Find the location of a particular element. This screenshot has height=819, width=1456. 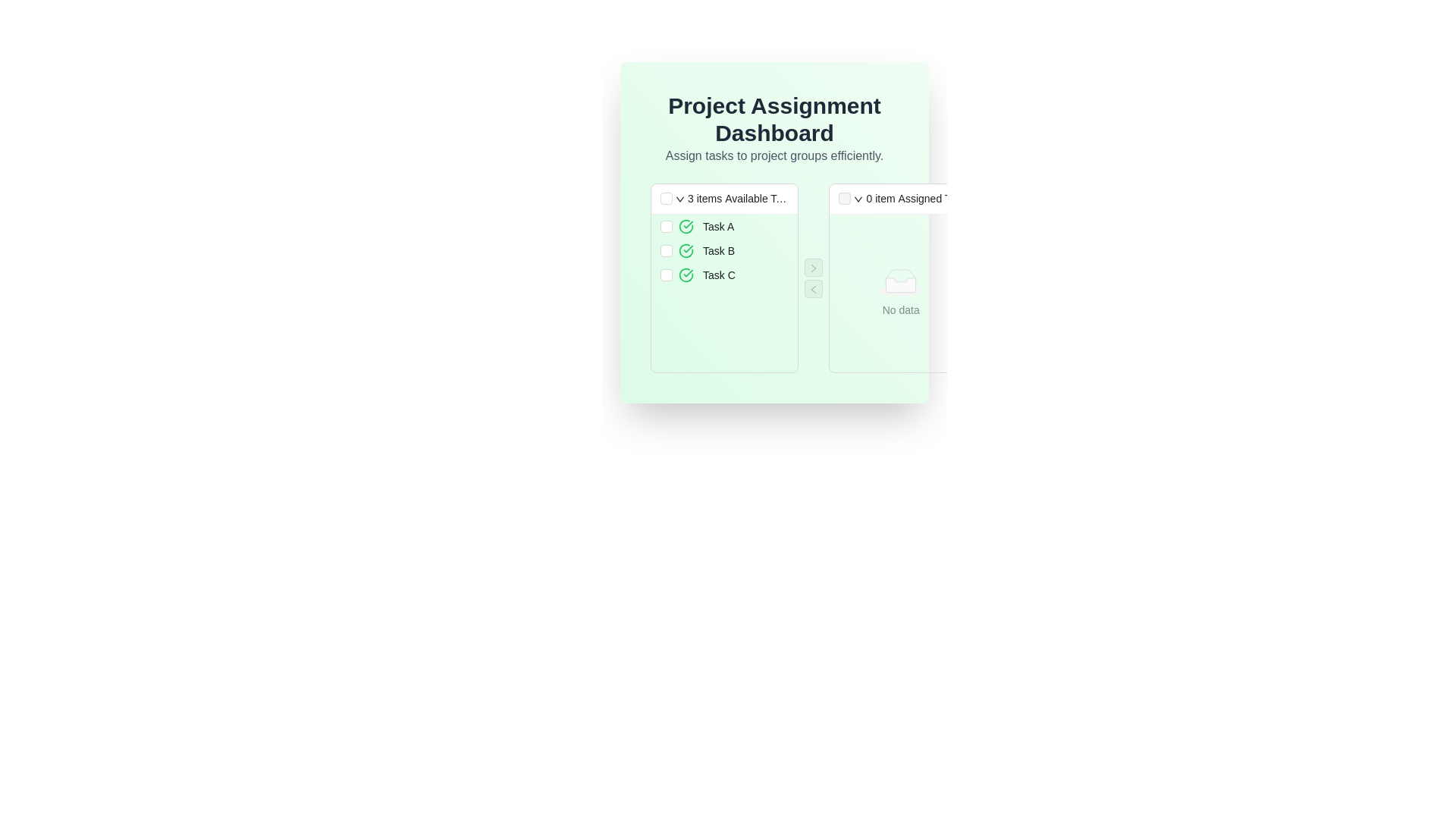

the descriptive title text label located in the left column of the task management panel is located at coordinates (757, 198).